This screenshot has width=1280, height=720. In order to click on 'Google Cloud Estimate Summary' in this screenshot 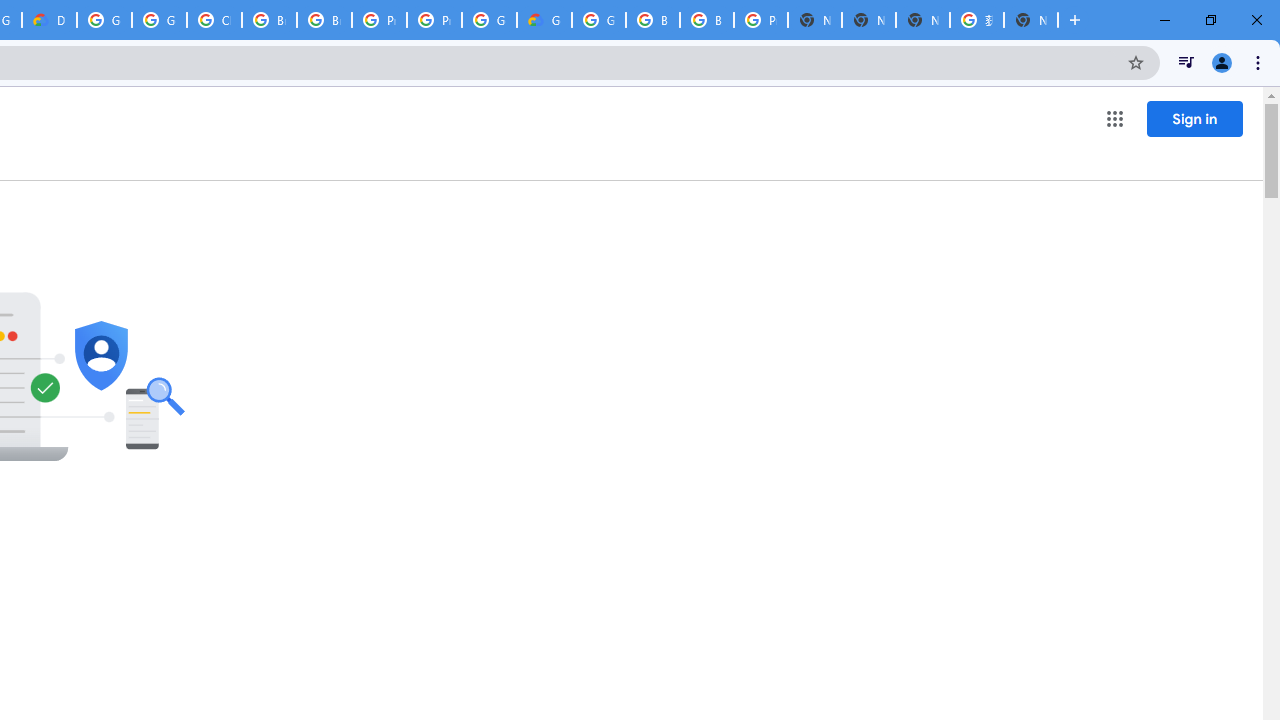, I will do `click(544, 20)`.